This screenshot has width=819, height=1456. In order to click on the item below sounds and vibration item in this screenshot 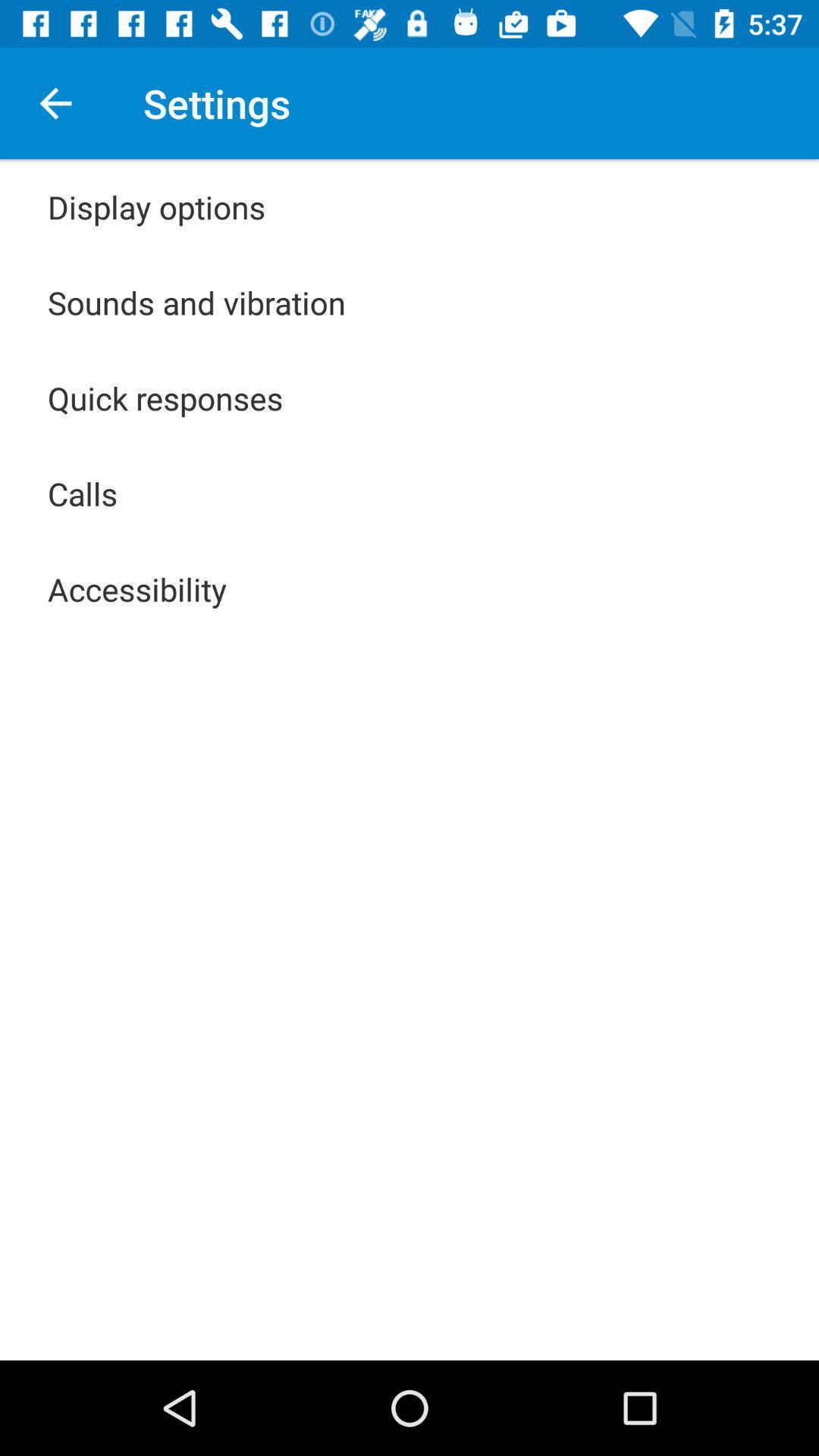, I will do `click(165, 397)`.